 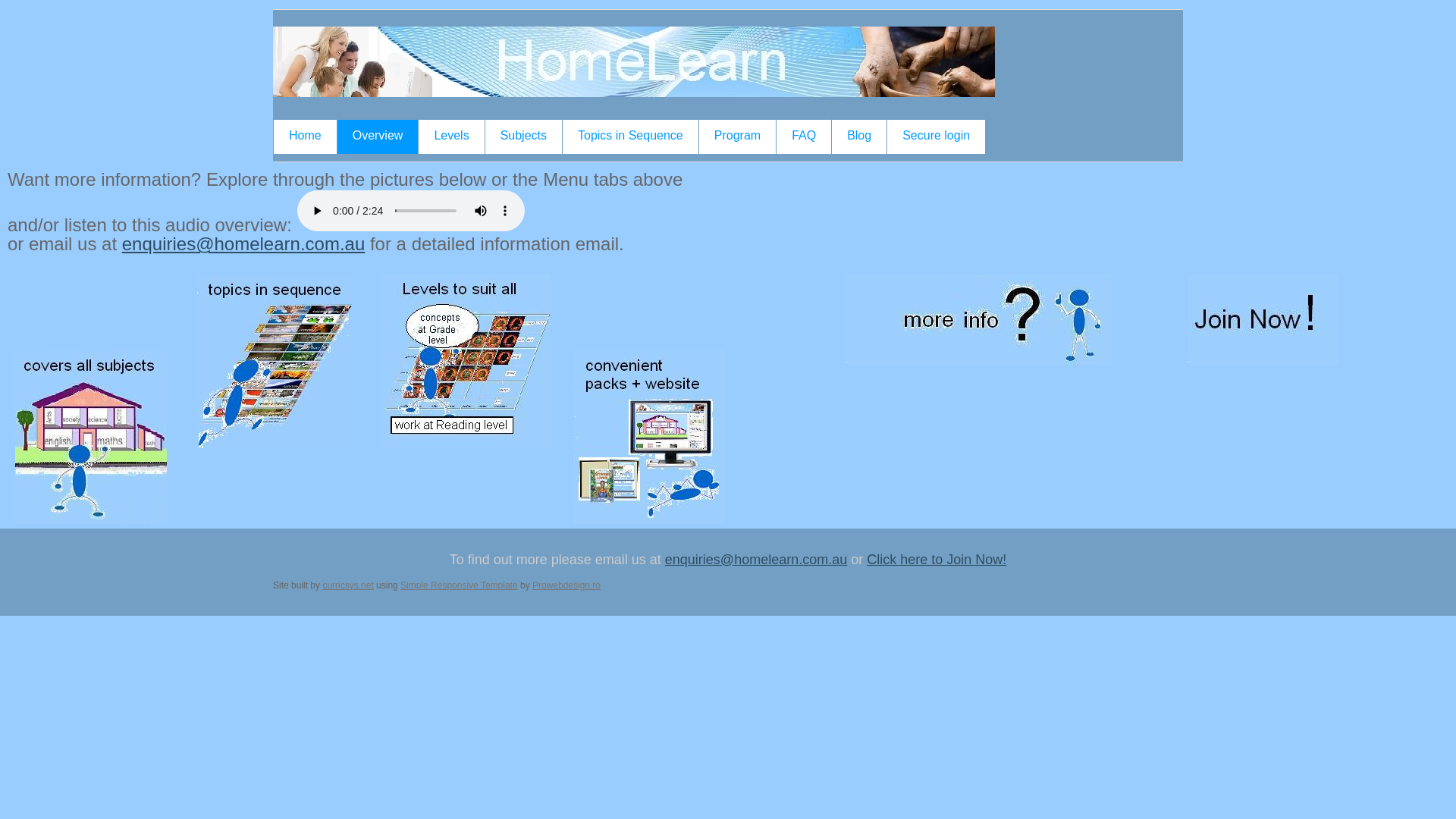 I want to click on 'Levels', so click(x=450, y=136).